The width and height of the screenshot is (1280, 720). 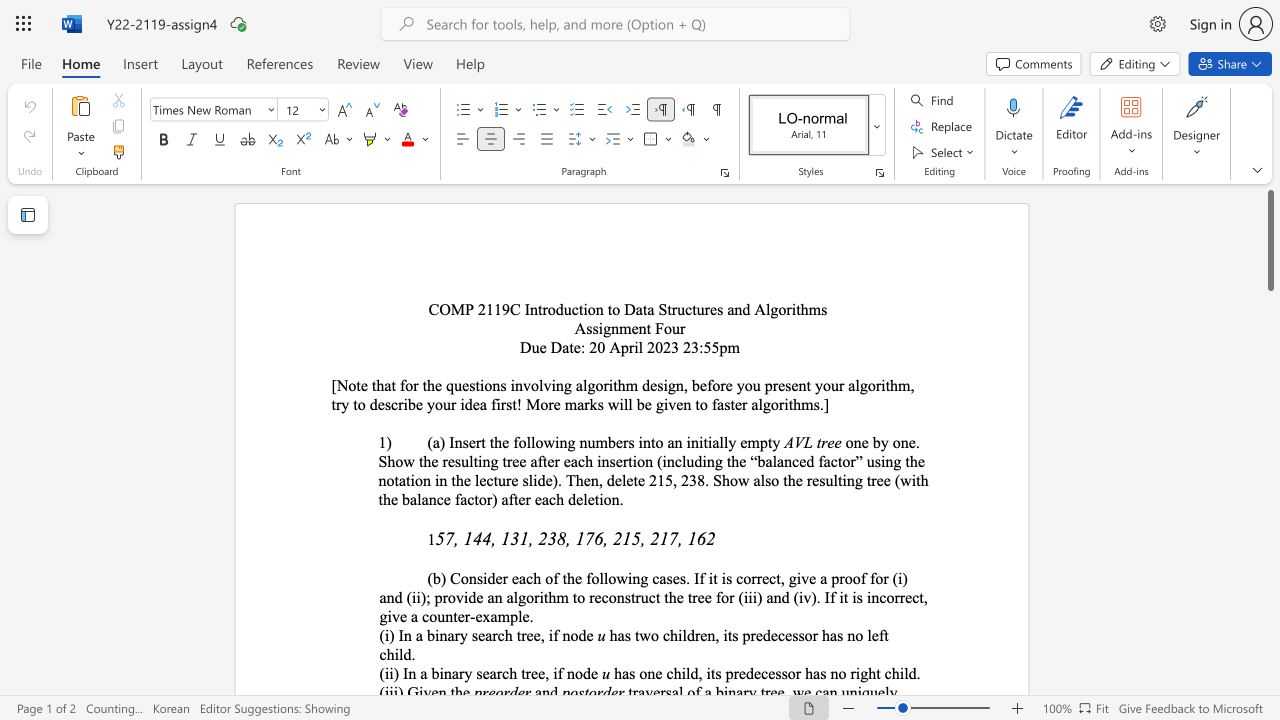 I want to click on the scrollbar on the right side to scroll the page down, so click(x=1269, y=438).